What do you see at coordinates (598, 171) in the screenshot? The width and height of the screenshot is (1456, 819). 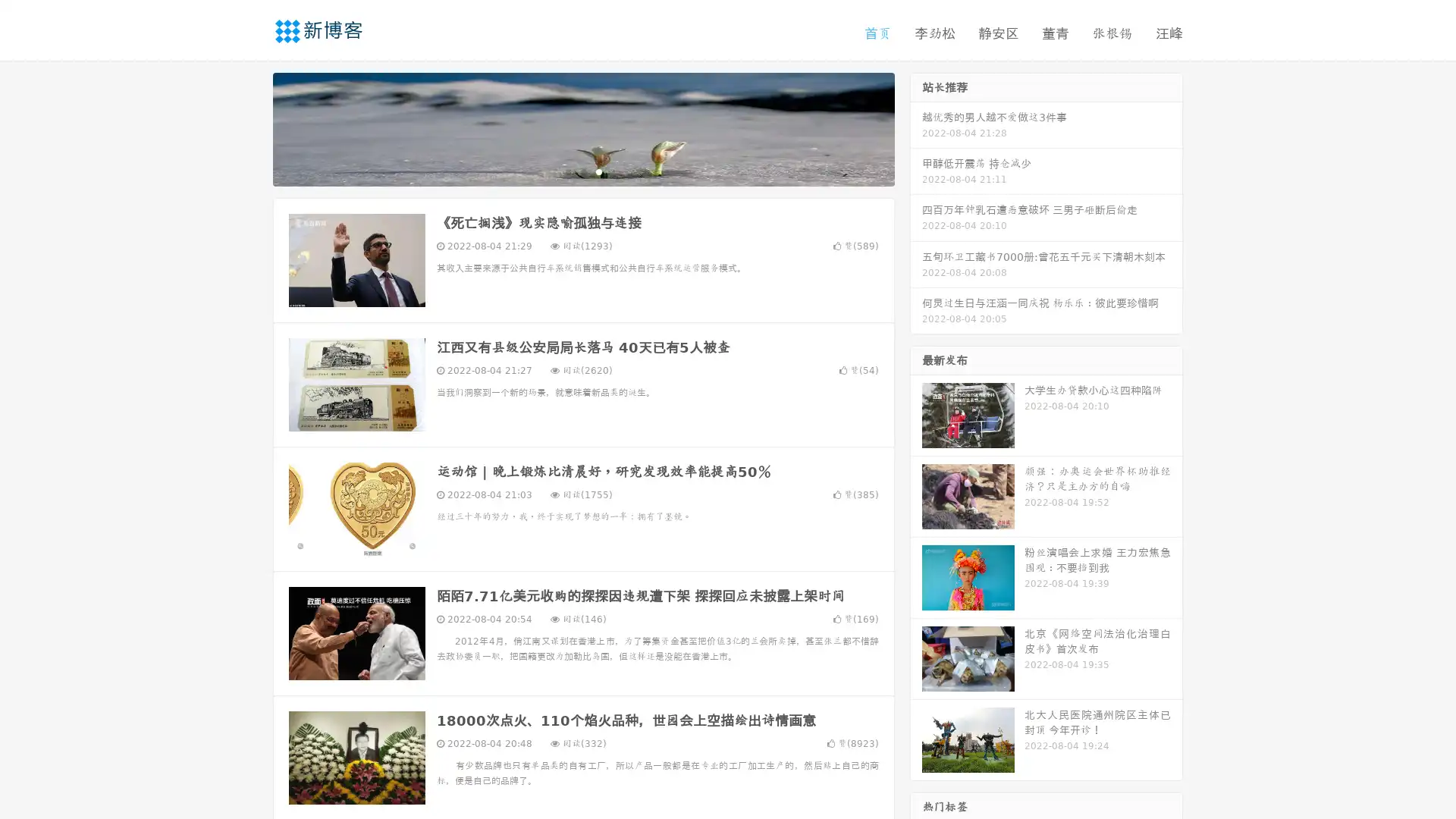 I see `Go to slide 3` at bounding box center [598, 171].